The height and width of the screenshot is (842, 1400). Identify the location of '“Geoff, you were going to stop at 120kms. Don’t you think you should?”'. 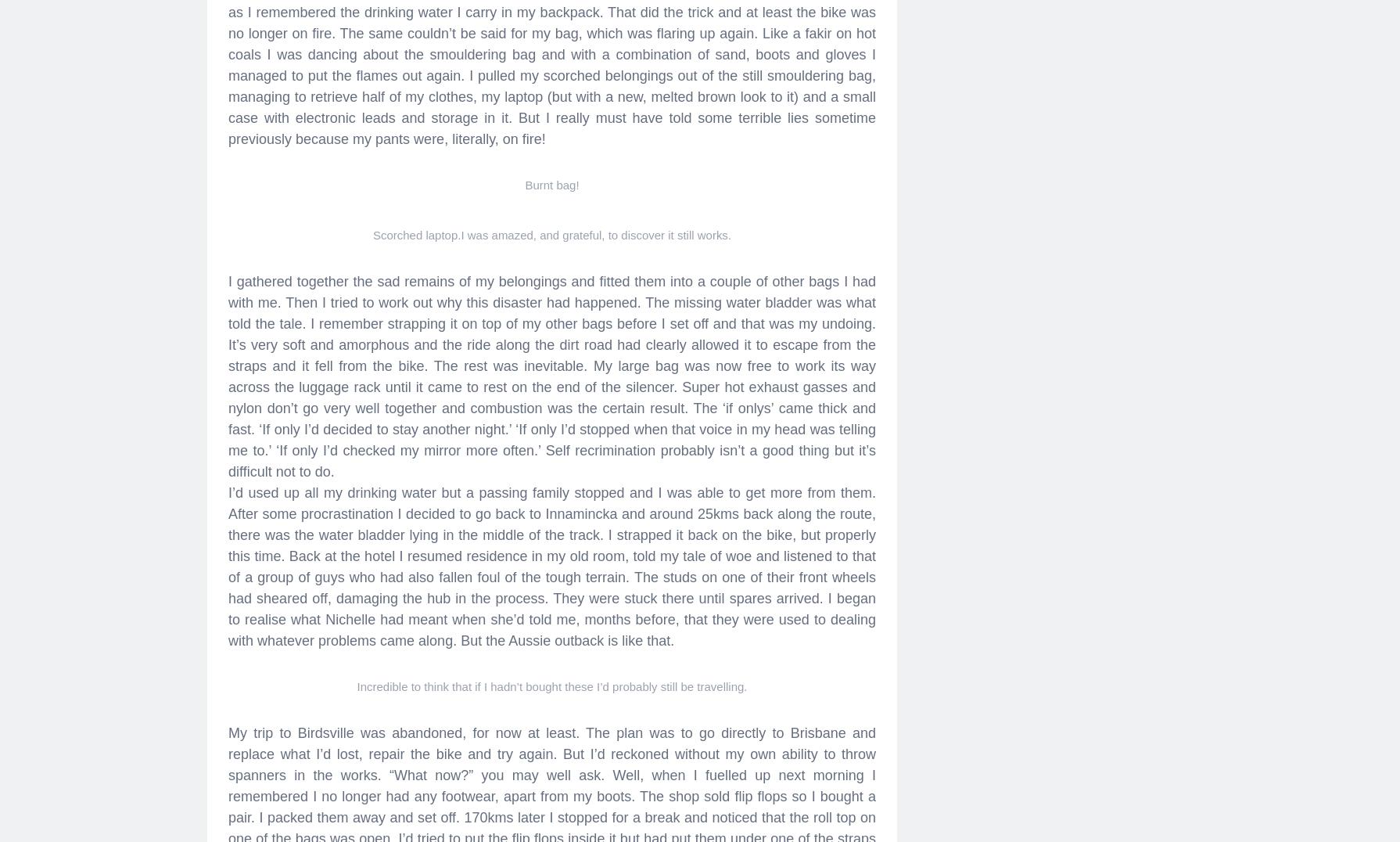
(448, 82).